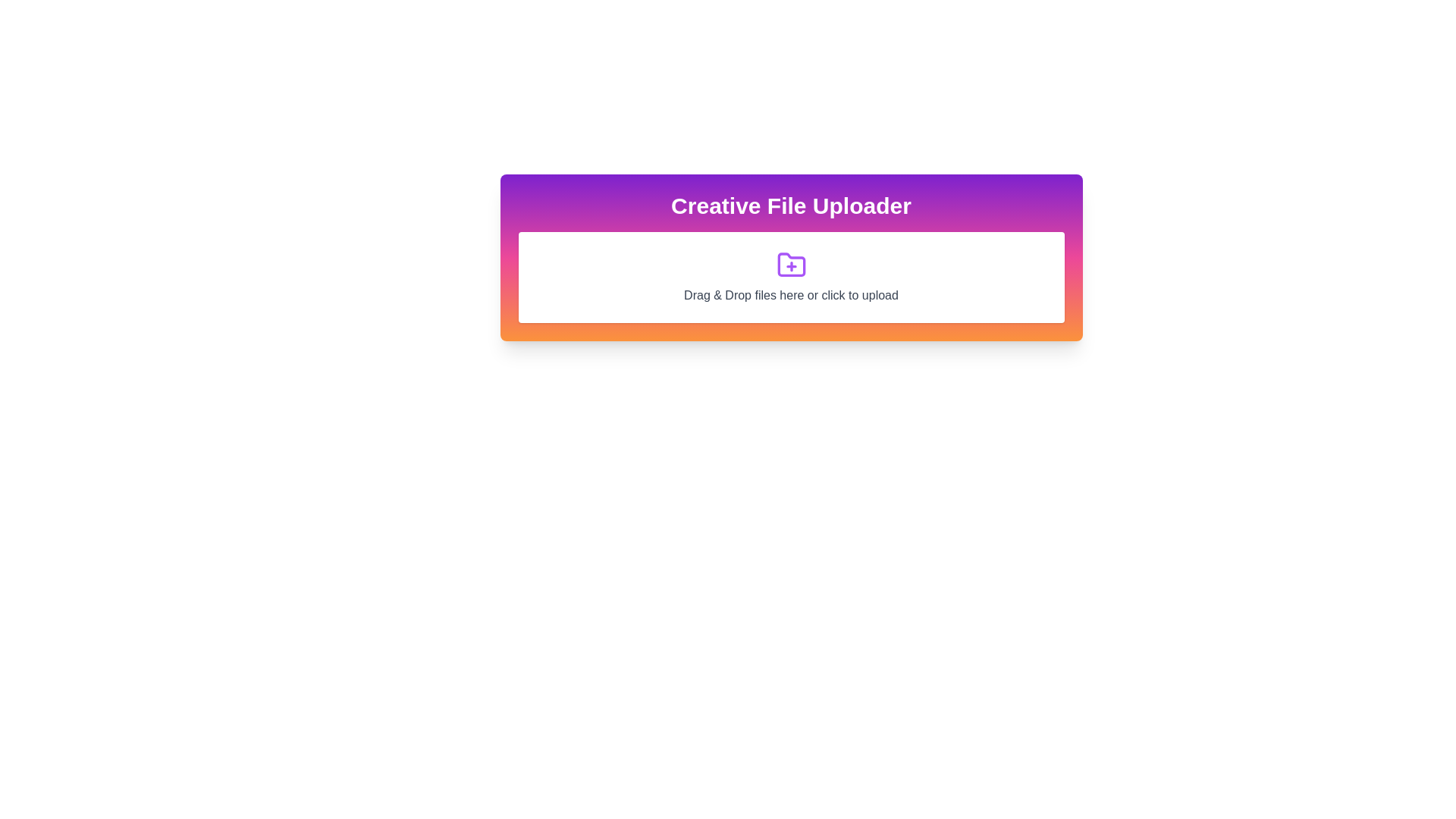  What do you see at coordinates (790, 264) in the screenshot?
I see `the upload icon in the Creative File Uploader interface to receive visual feedback` at bounding box center [790, 264].